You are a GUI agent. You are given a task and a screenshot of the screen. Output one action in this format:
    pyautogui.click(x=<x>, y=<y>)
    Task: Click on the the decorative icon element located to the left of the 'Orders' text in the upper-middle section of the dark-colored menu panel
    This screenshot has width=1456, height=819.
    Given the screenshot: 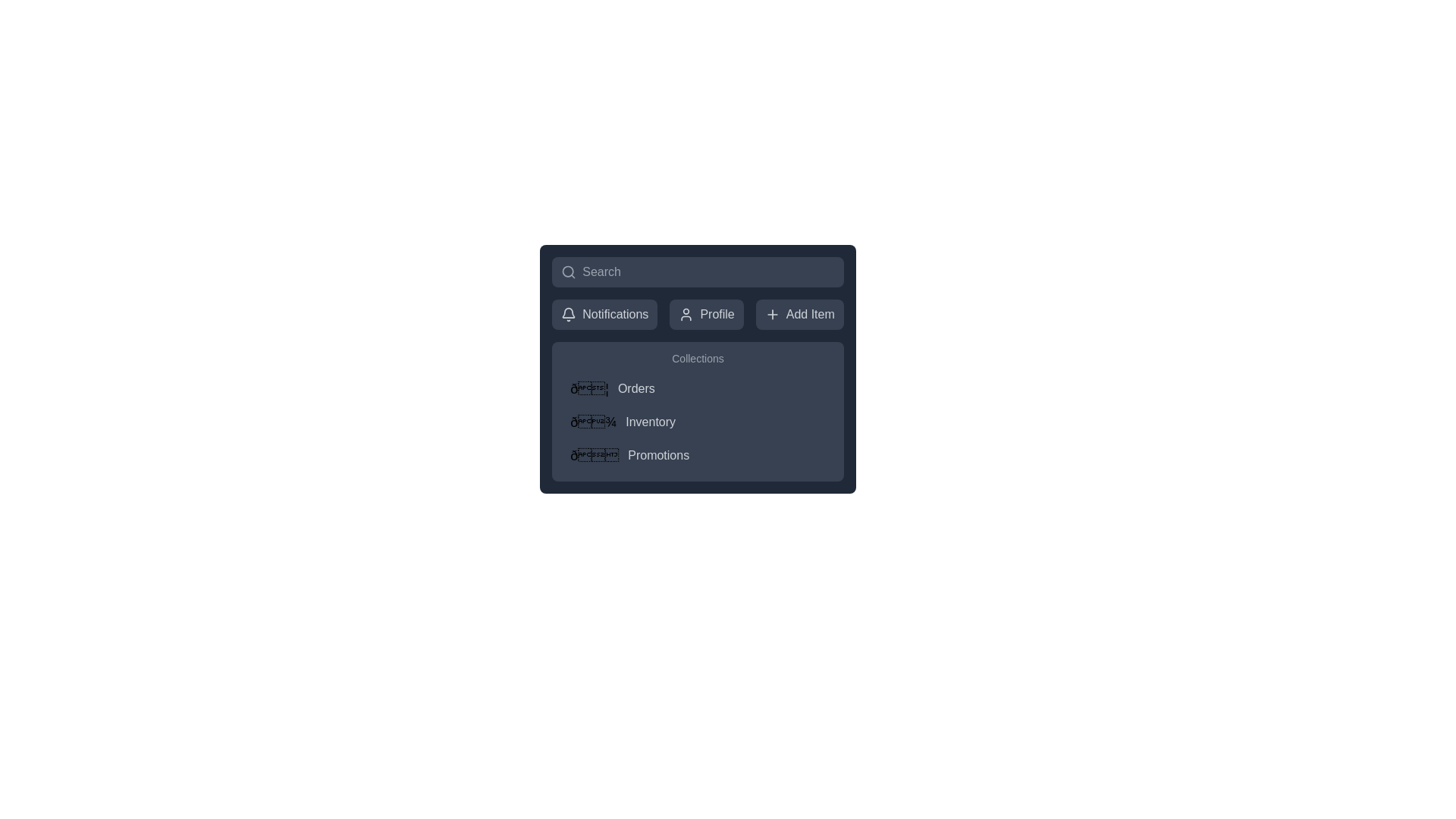 What is the action you would take?
    pyautogui.click(x=588, y=388)
    